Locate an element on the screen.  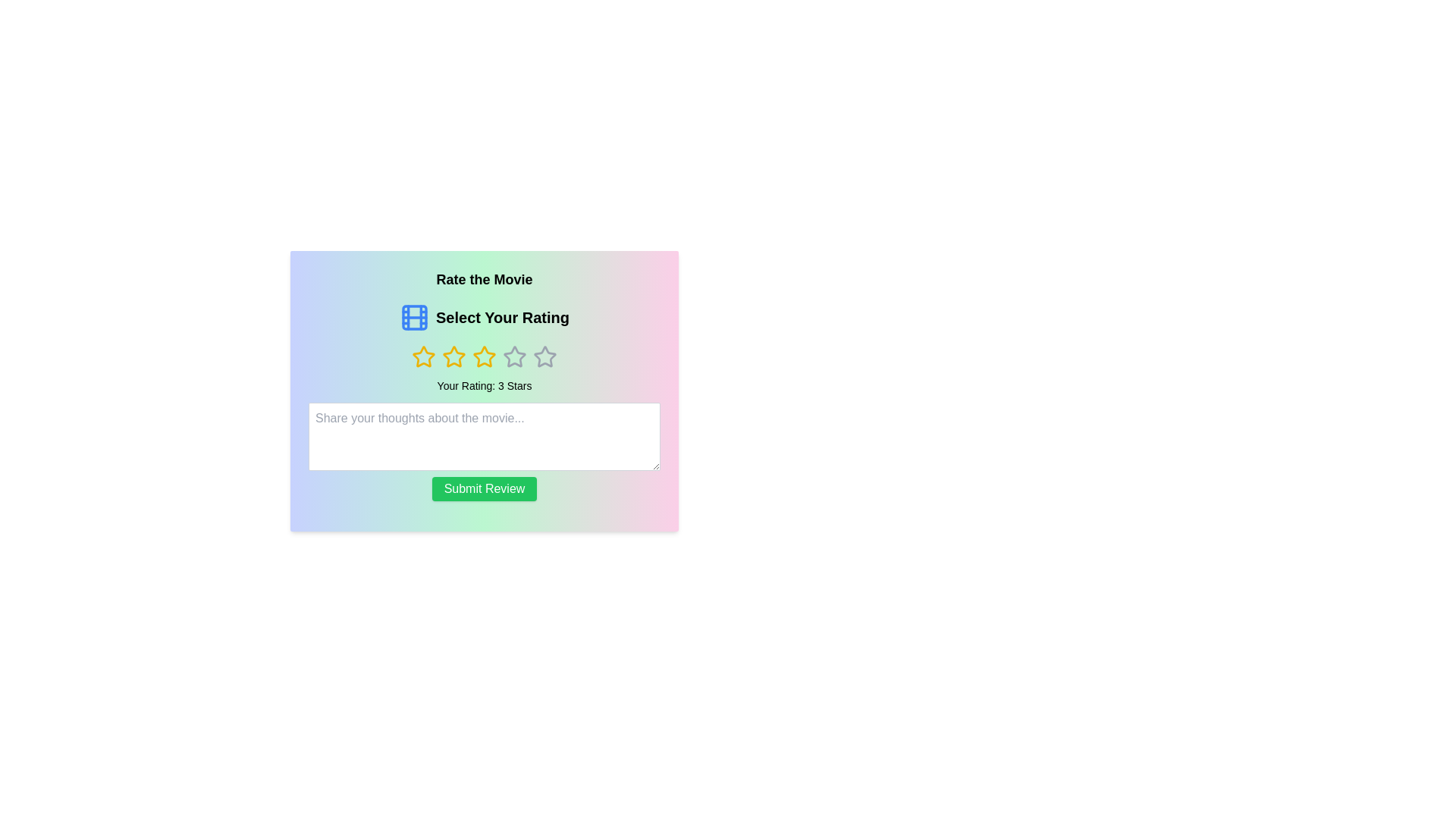
the text label that displays 'Your Rating: 3 Stars', which is centrally aligned below the star icons and above the multiline text input box is located at coordinates (483, 385).